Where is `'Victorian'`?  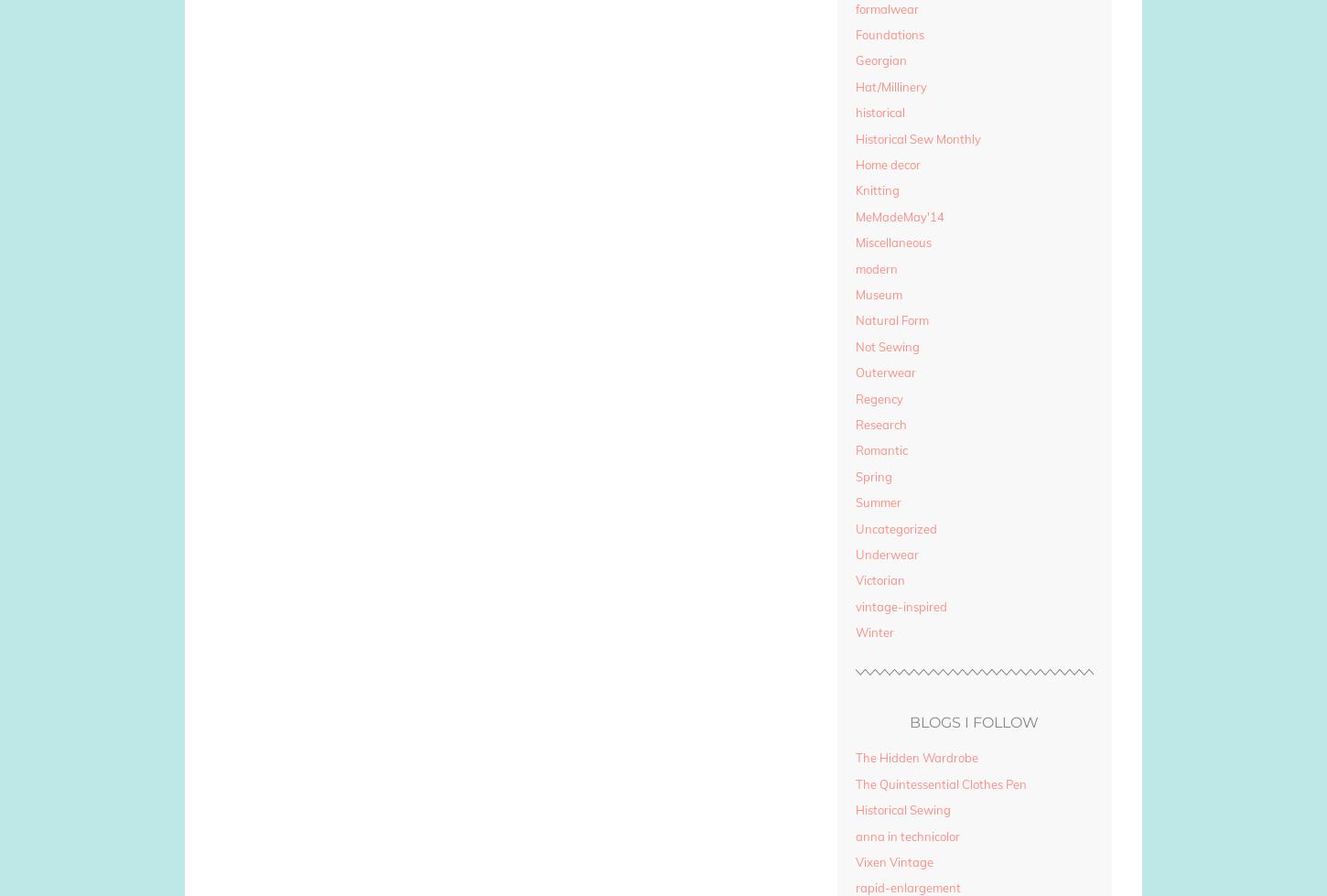
'Victorian' is located at coordinates (879, 579).